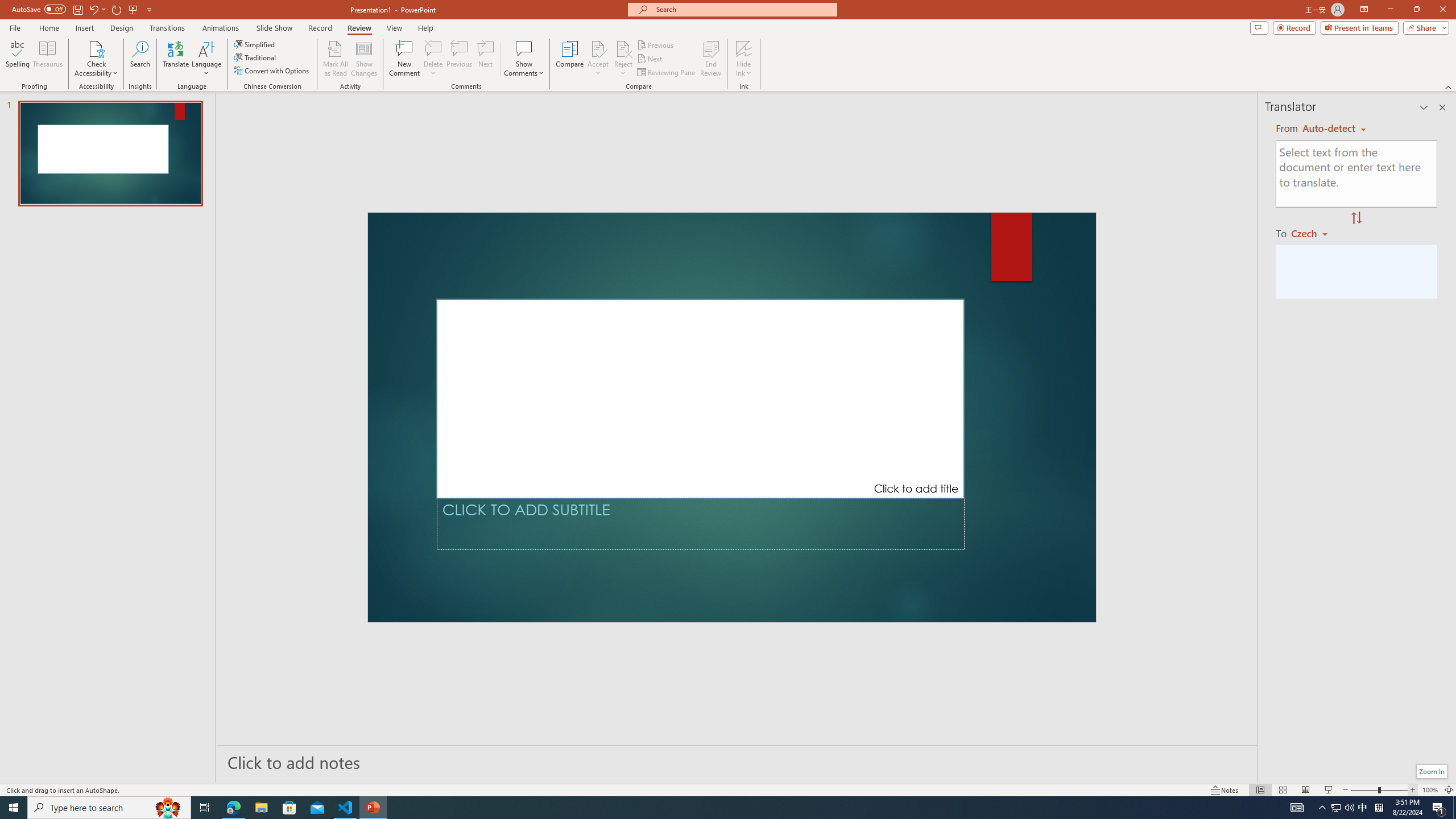 Image resolution: width=1456 pixels, height=819 pixels. What do you see at coordinates (93, 9) in the screenshot?
I see `'Undo'` at bounding box center [93, 9].